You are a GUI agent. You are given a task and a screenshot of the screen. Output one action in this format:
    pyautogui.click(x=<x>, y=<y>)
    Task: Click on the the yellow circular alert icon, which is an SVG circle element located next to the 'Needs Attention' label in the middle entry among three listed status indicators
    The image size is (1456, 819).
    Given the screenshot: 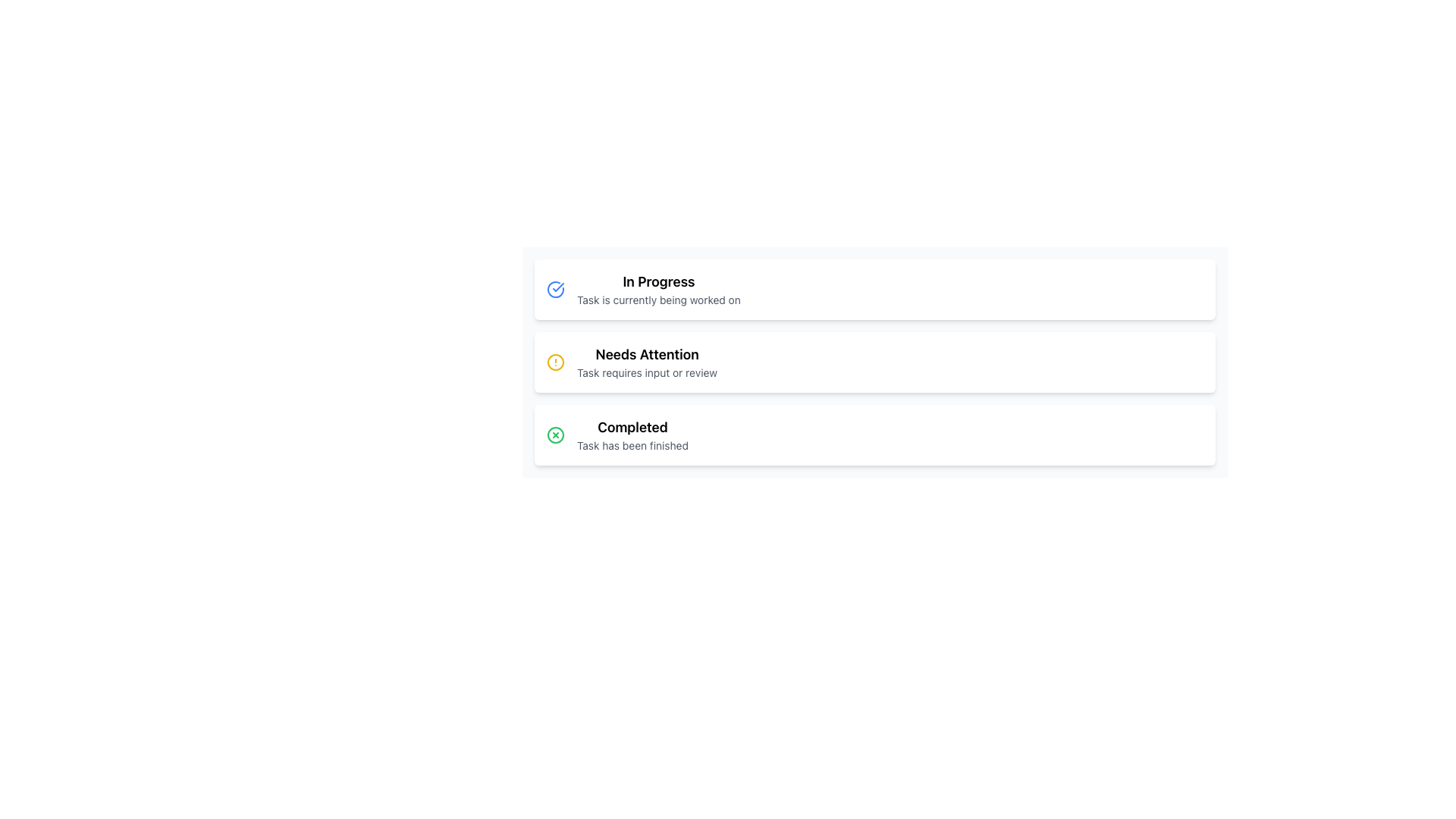 What is the action you would take?
    pyautogui.click(x=555, y=362)
    